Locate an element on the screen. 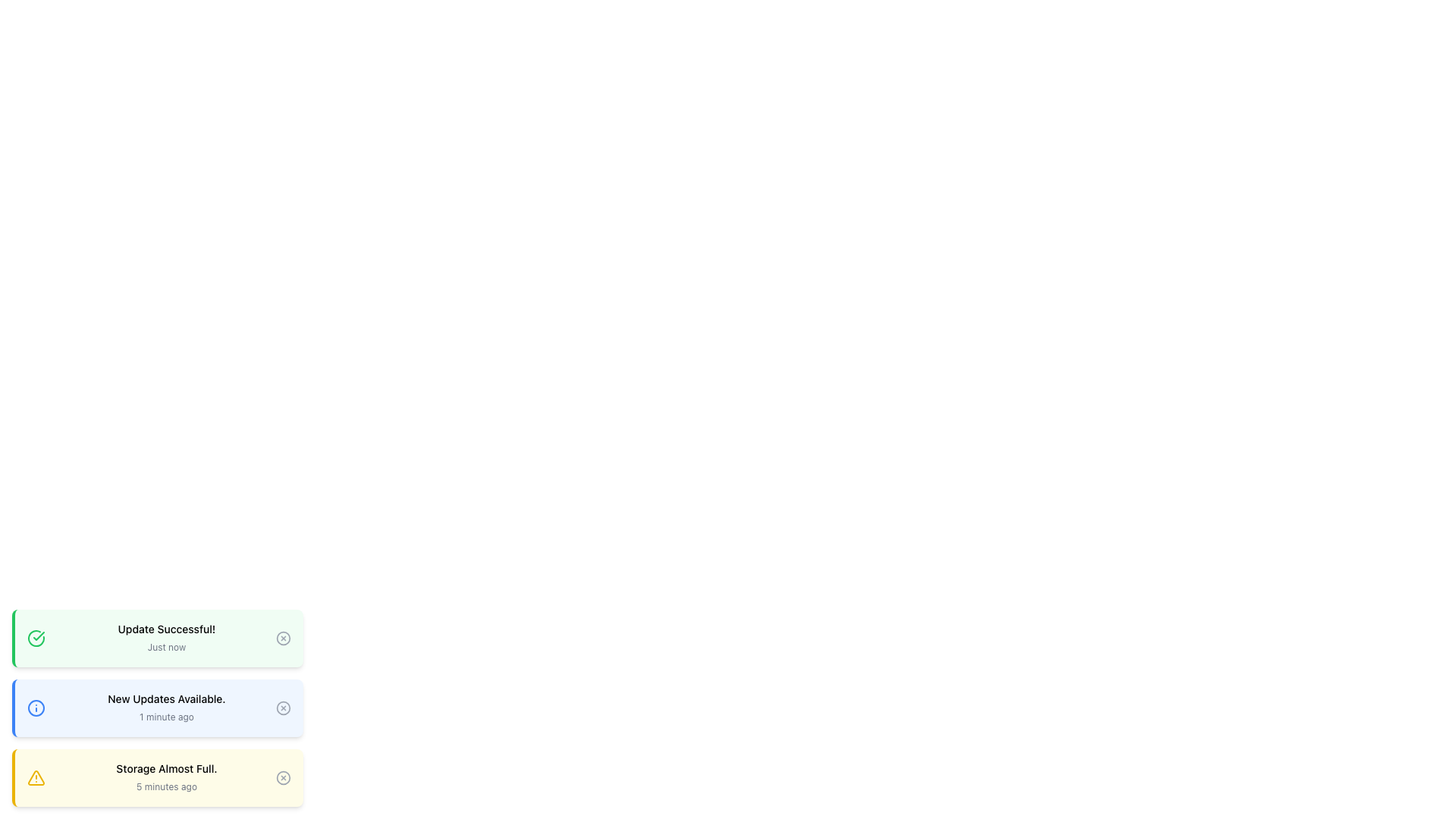 The image size is (1456, 819). the notification message text element located in the second notification card, which provides update status or recent activity details is located at coordinates (167, 708).